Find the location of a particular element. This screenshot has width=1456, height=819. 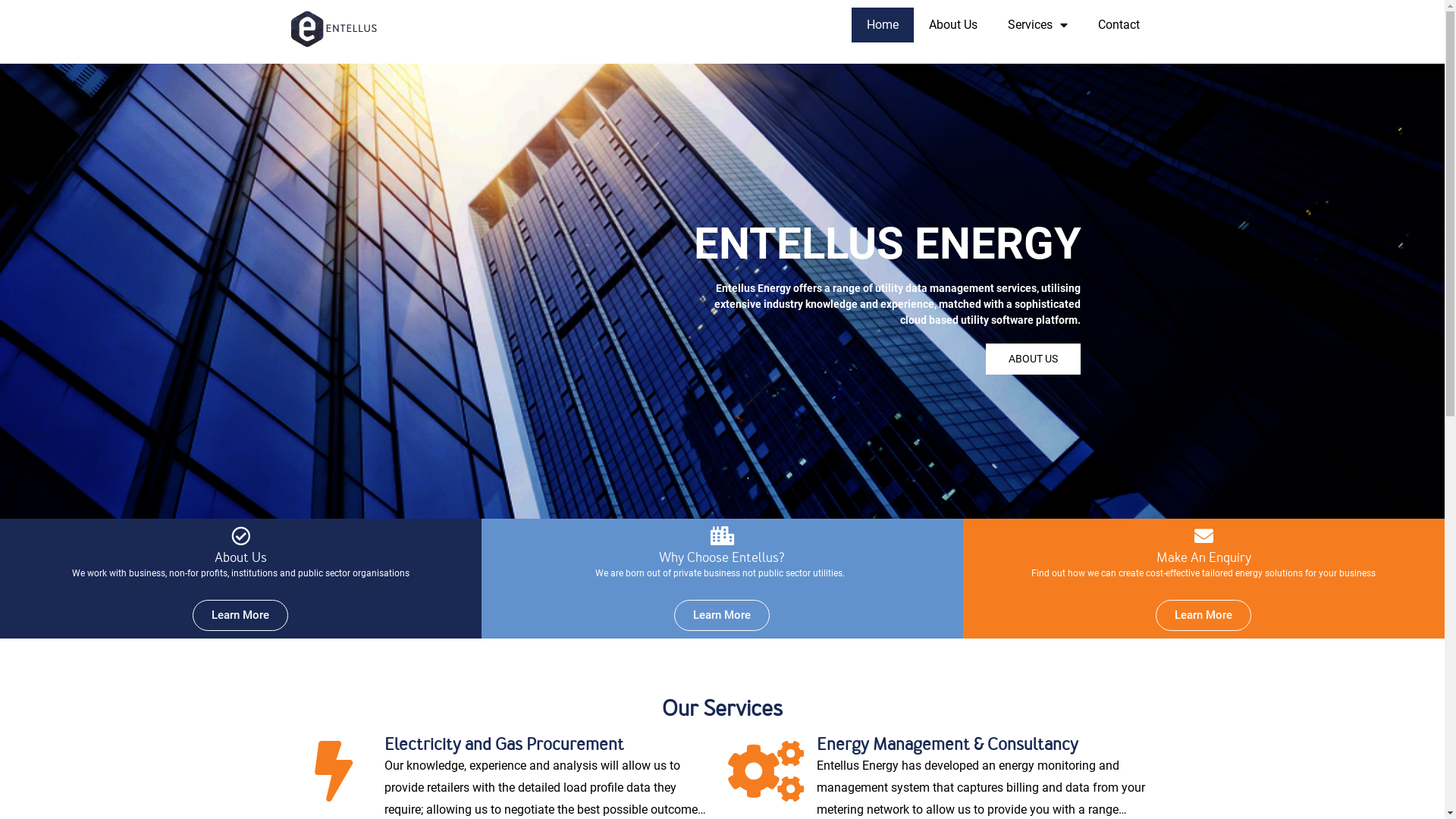

'Contact' is located at coordinates (1119, 25).